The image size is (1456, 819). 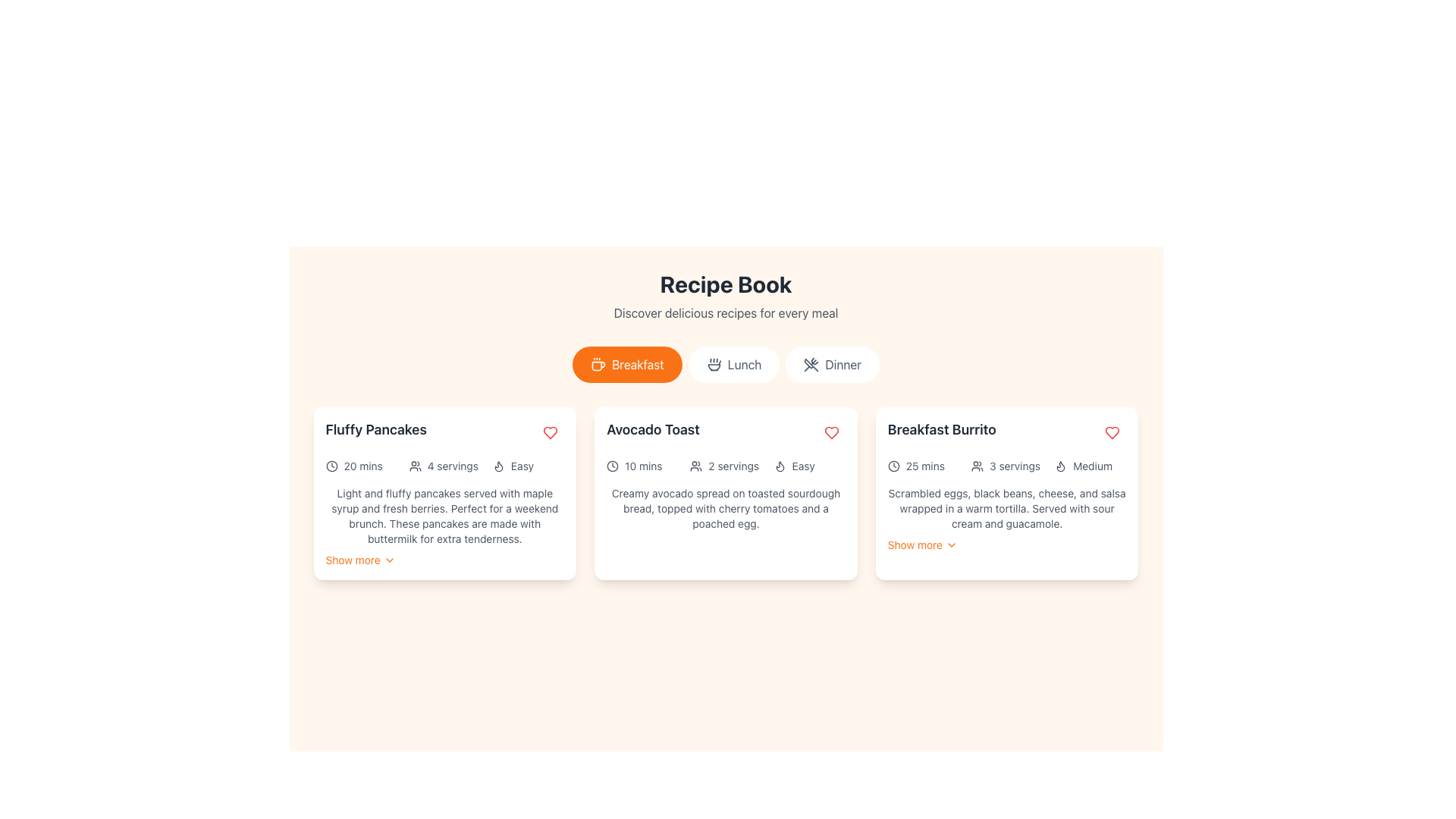 What do you see at coordinates (627, 365) in the screenshot?
I see `the 'Breakfast' button, which is a pill-shaped button with an orange background and white text and icon, located beneath the title 'Recipe Book'` at bounding box center [627, 365].